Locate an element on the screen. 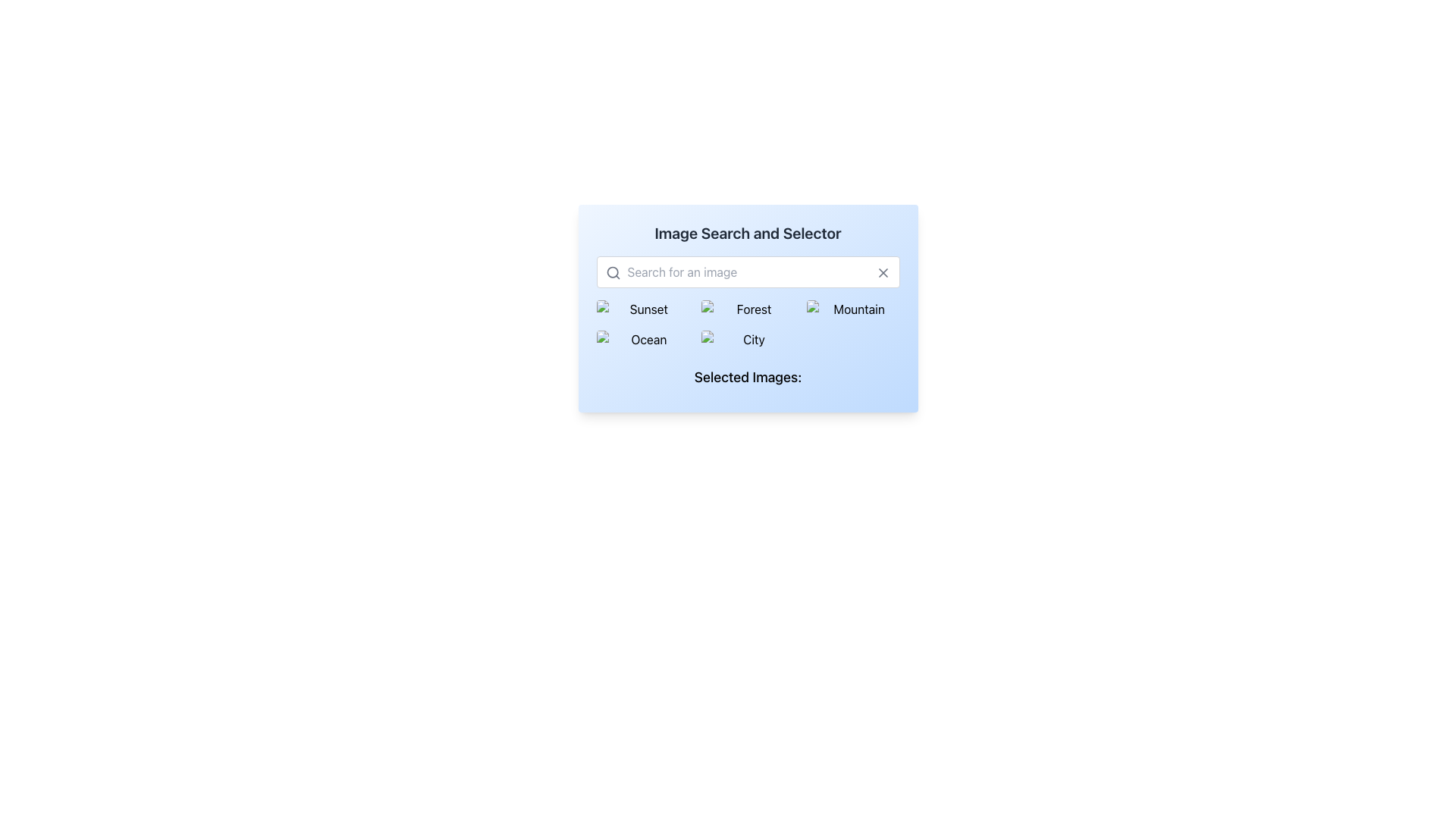  the selectable grid cell labeled 'Forest' which features a thumbnail image, positioned in the second row and second column of the grid layout is located at coordinates (748, 309).